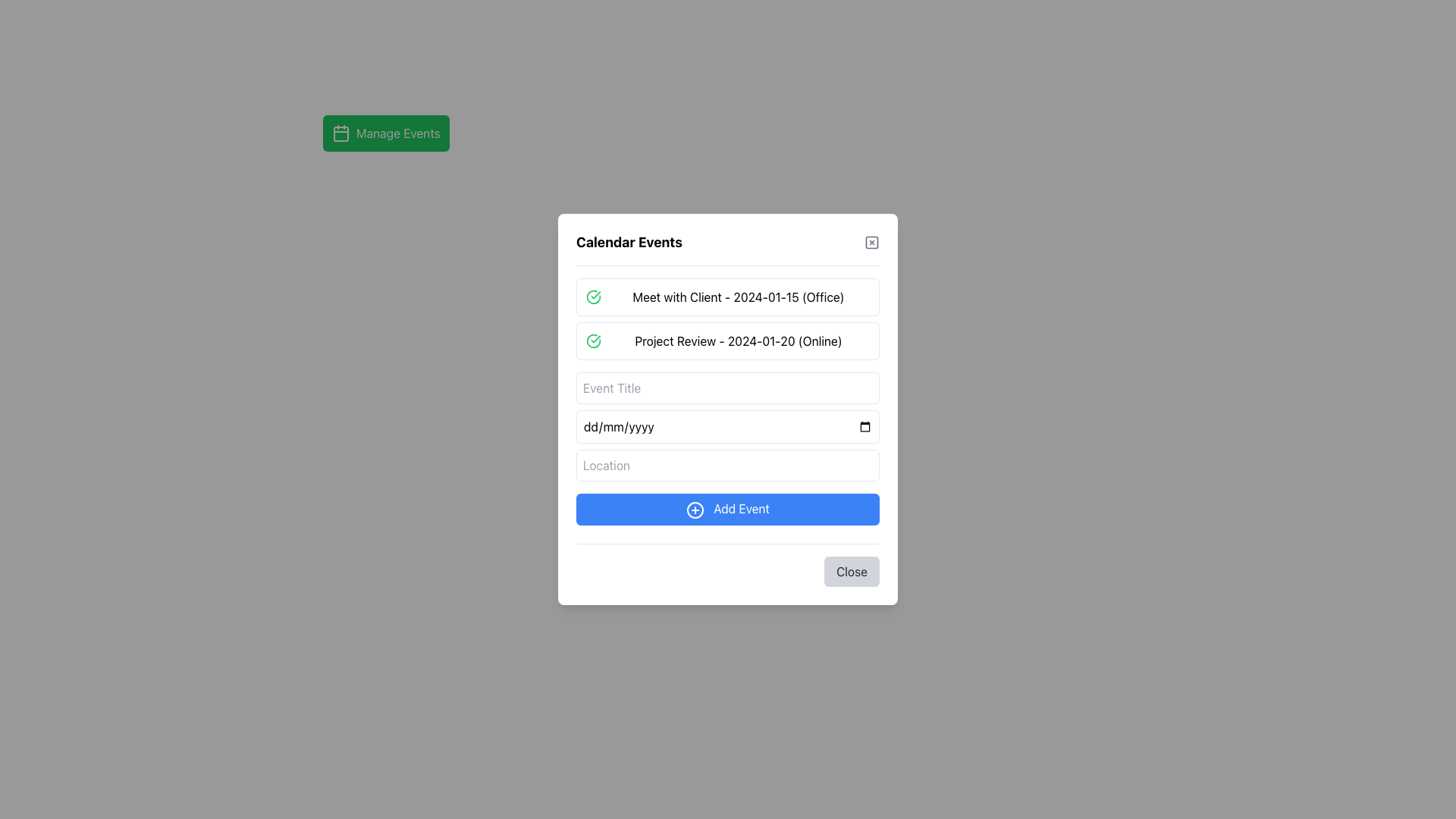 Image resolution: width=1456 pixels, height=819 pixels. Describe the element at coordinates (694, 510) in the screenshot. I see `the decorative graphic element within the 'Add Event' button that highlights the '+' symbol` at that location.